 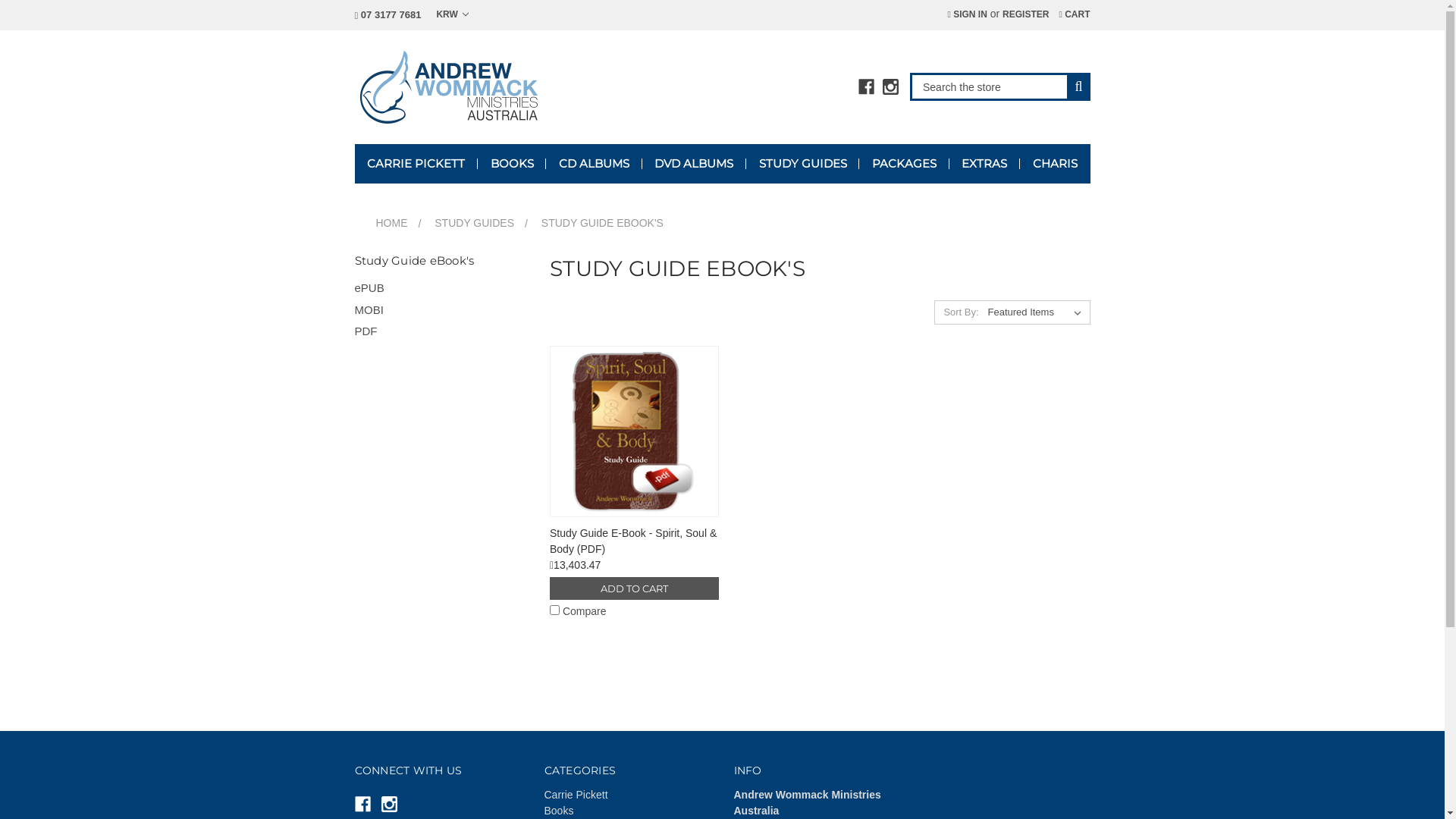 I want to click on 'HOME', so click(x=392, y=222).